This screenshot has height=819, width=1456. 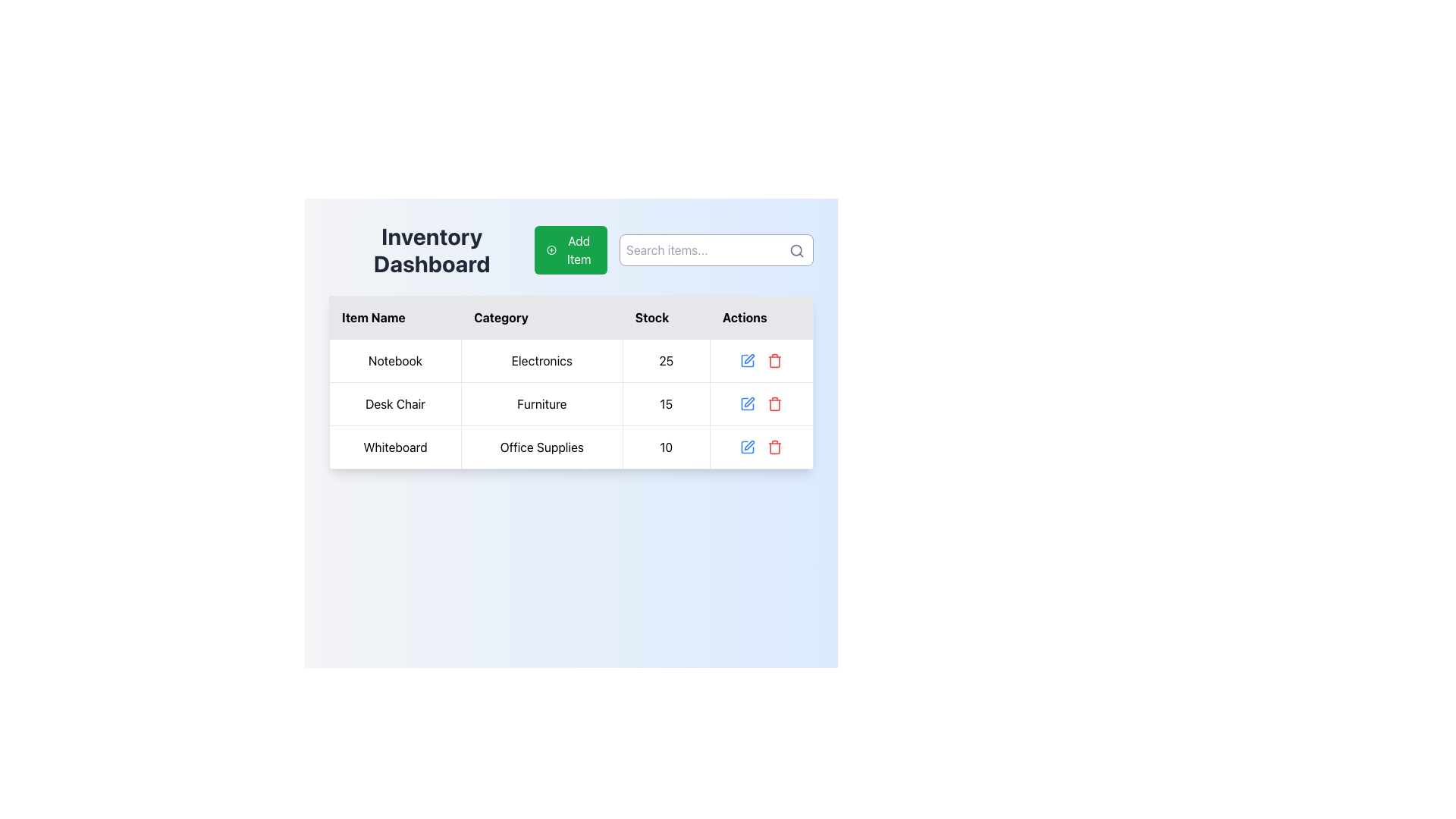 What do you see at coordinates (541, 403) in the screenshot?
I see `the text block reading 'Furniture' located in the 'Category' column of the data table, which has a centered alignment and is surrounded by a border` at bounding box center [541, 403].